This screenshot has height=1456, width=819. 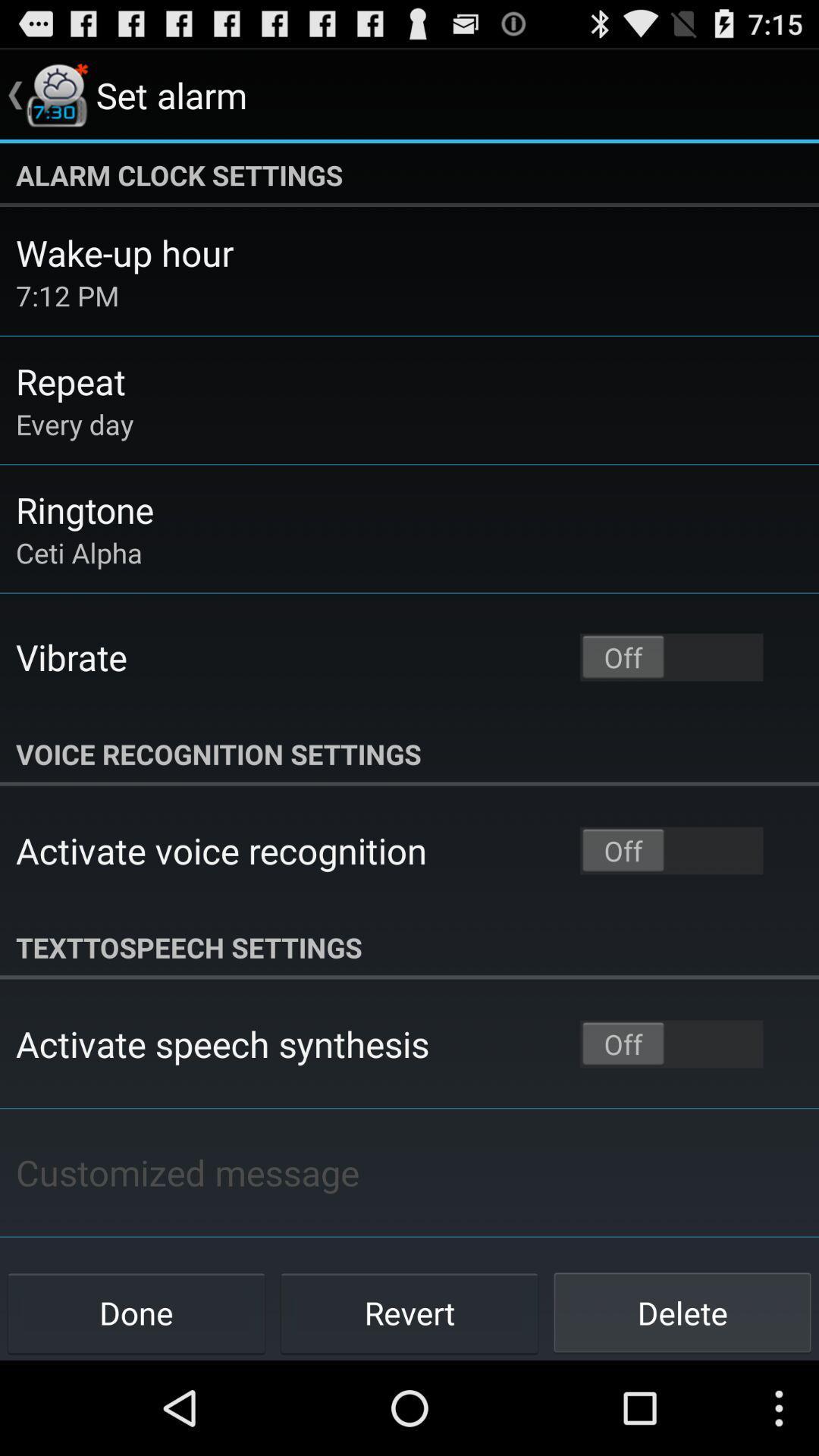 What do you see at coordinates (124, 253) in the screenshot?
I see `the wake-up hour item` at bounding box center [124, 253].